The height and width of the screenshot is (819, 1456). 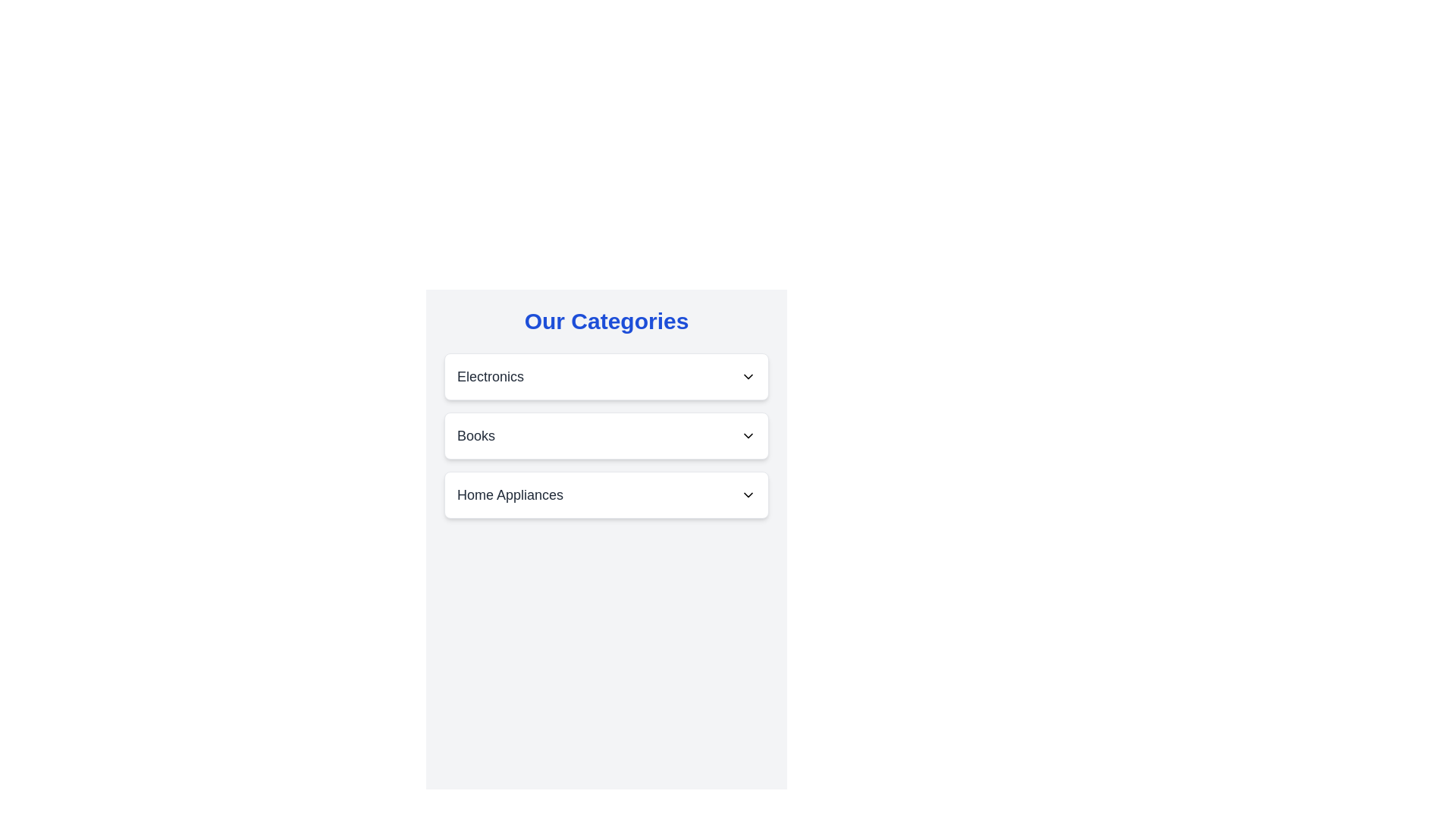 What do you see at coordinates (510, 494) in the screenshot?
I see `the 'Home Appliances' text label located in the vertical list under 'Our Categories'` at bounding box center [510, 494].